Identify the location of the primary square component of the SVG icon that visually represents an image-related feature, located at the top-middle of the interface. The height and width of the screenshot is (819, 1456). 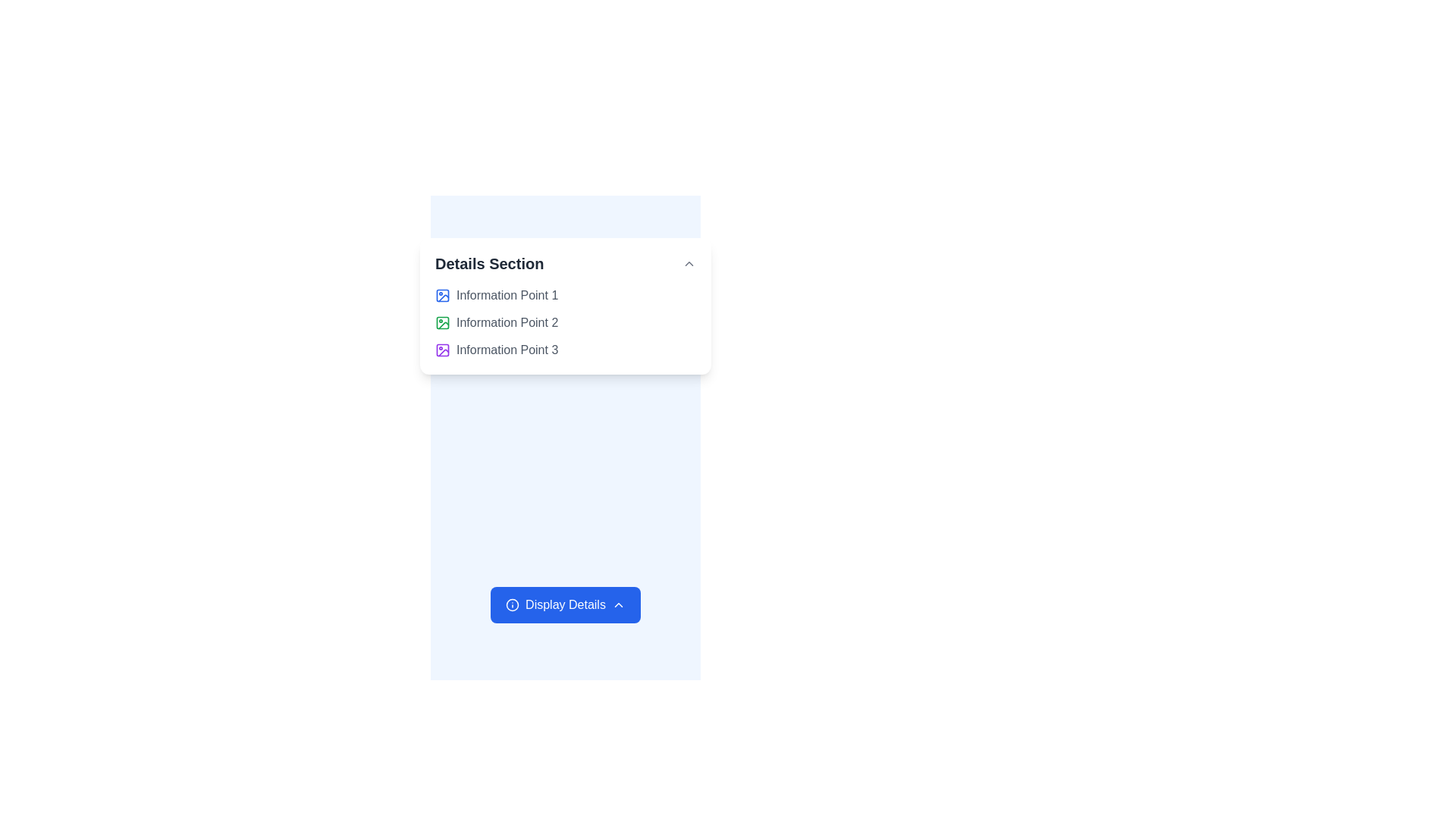
(442, 295).